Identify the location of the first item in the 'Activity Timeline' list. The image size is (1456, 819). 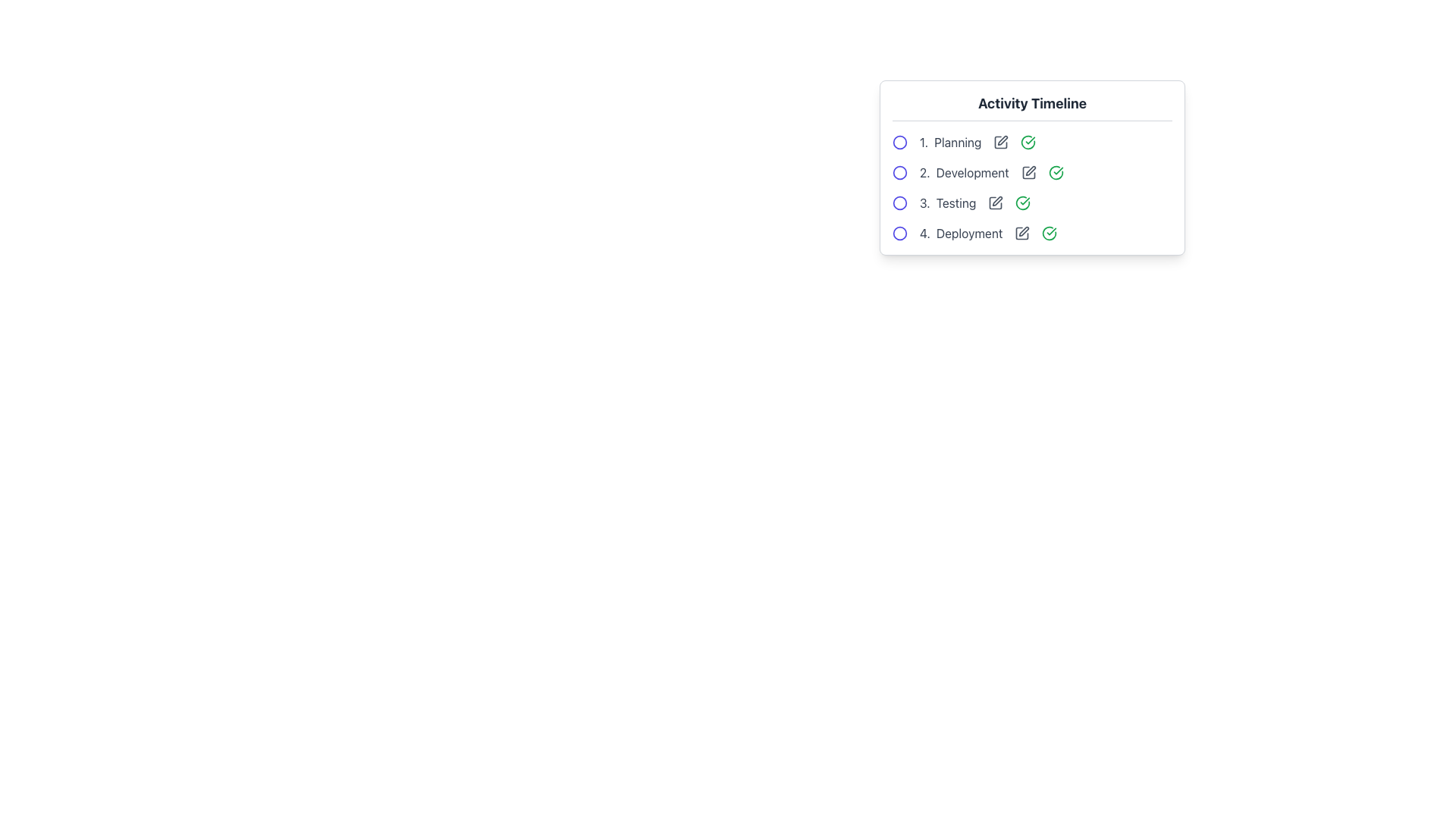
(1031, 143).